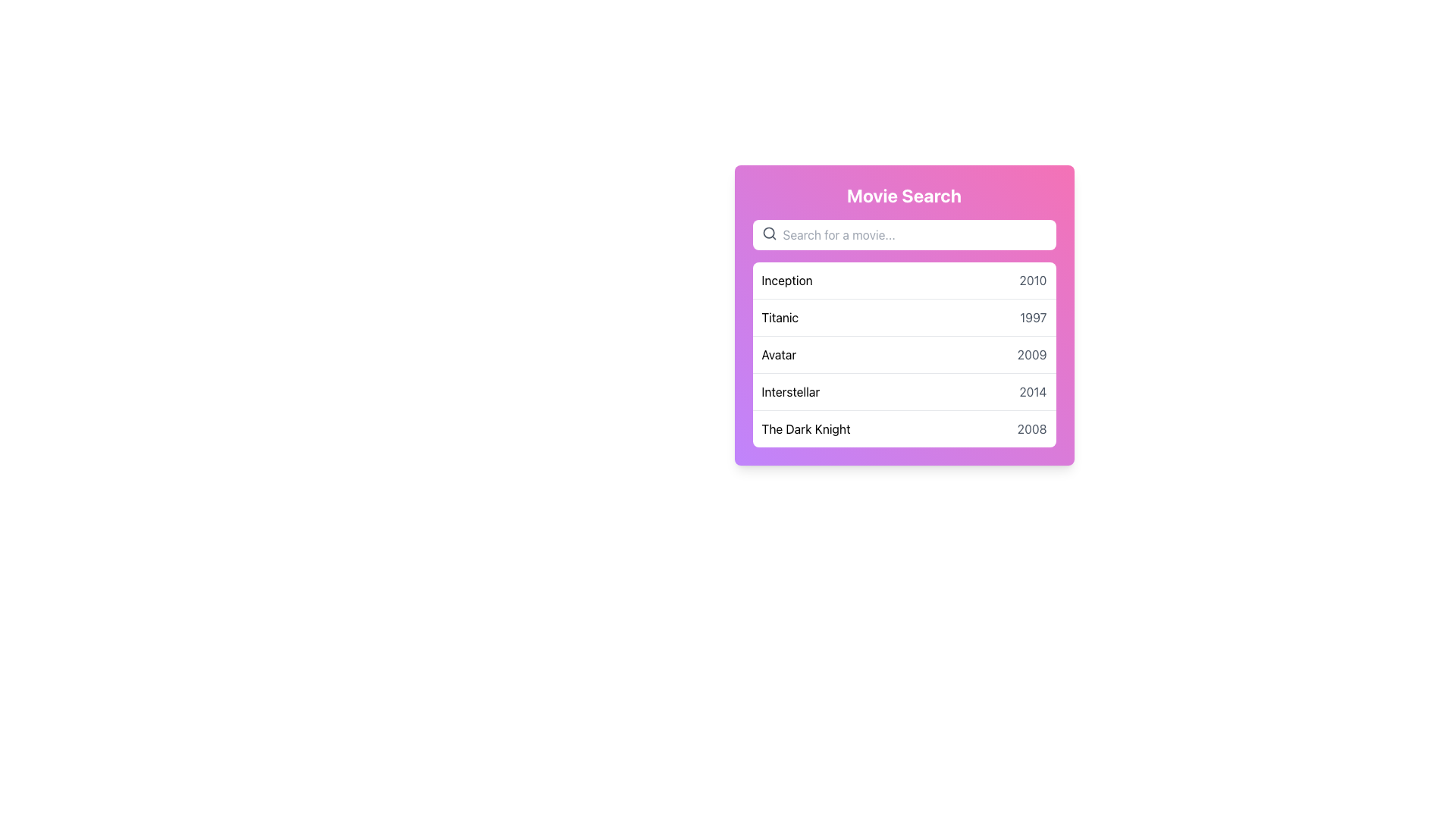 This screenshot has width=1456, height=819. I want to click on the text label 'Avatar', which represents the title of the movie in the searchable list interface, located in the third row on the left side, with the year '2009' displayed to its right, so click(779, 354).